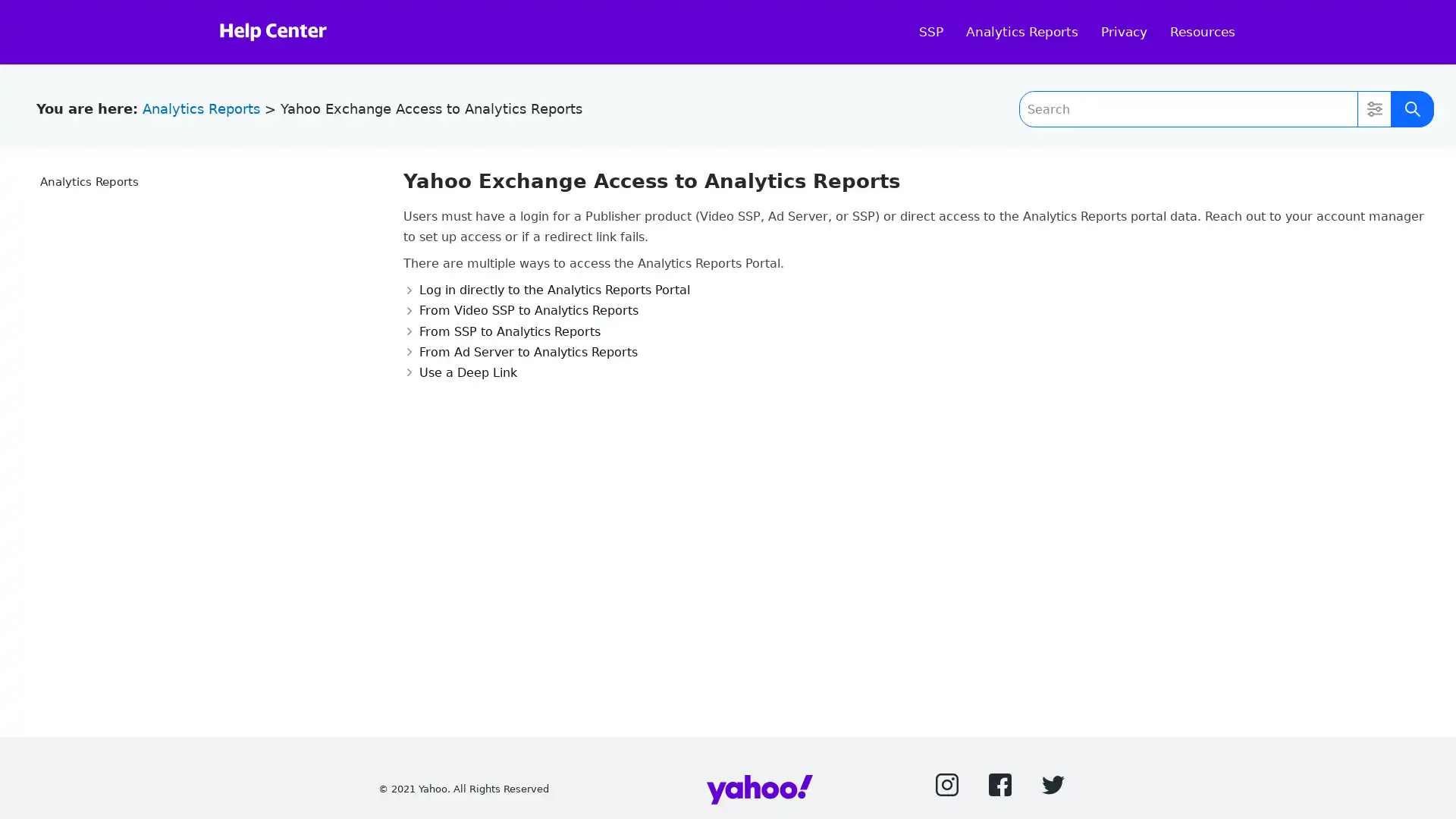 This screenshot has width=1456, height=819. I want to click on Closed From SSP to Analytics Reports, so click(501, 330).